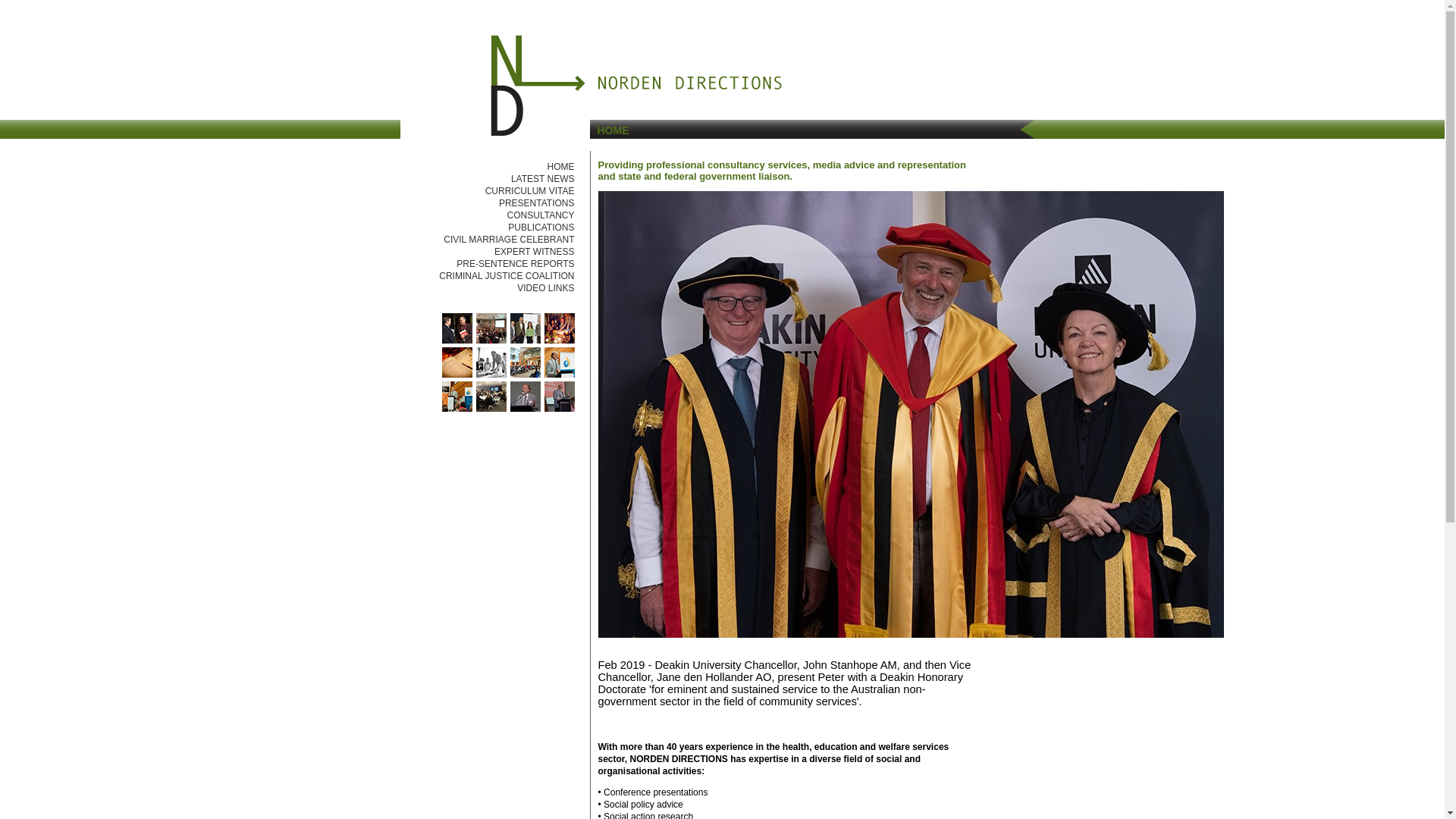  What do you see at coordinates (491, 374) in the screenshot?
I see `'Facing the Marriage'` at bounding box center [491, 374].